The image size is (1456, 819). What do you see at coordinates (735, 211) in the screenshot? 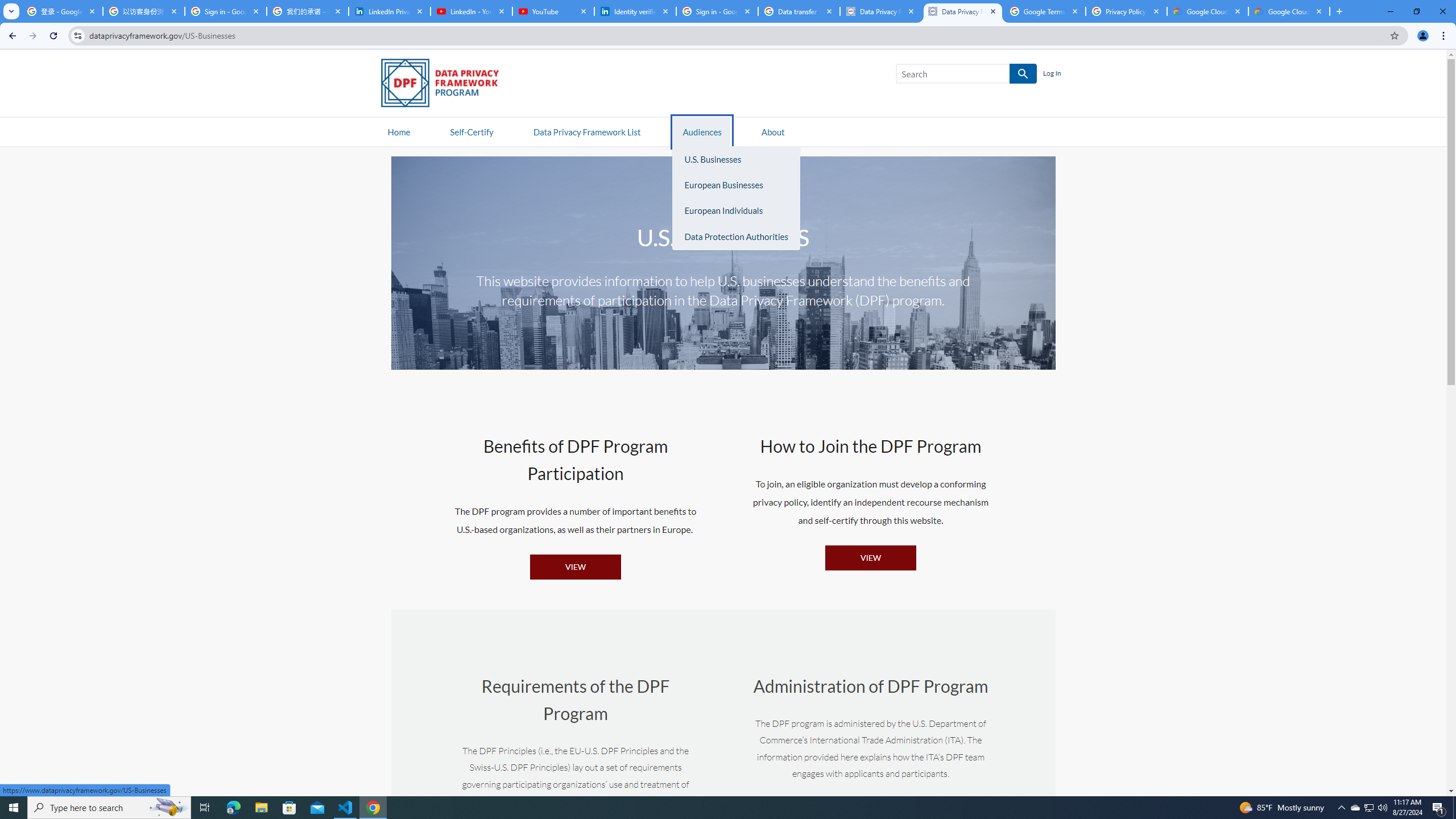
I see `'European Individuals'` at bounding box center [735, 211].